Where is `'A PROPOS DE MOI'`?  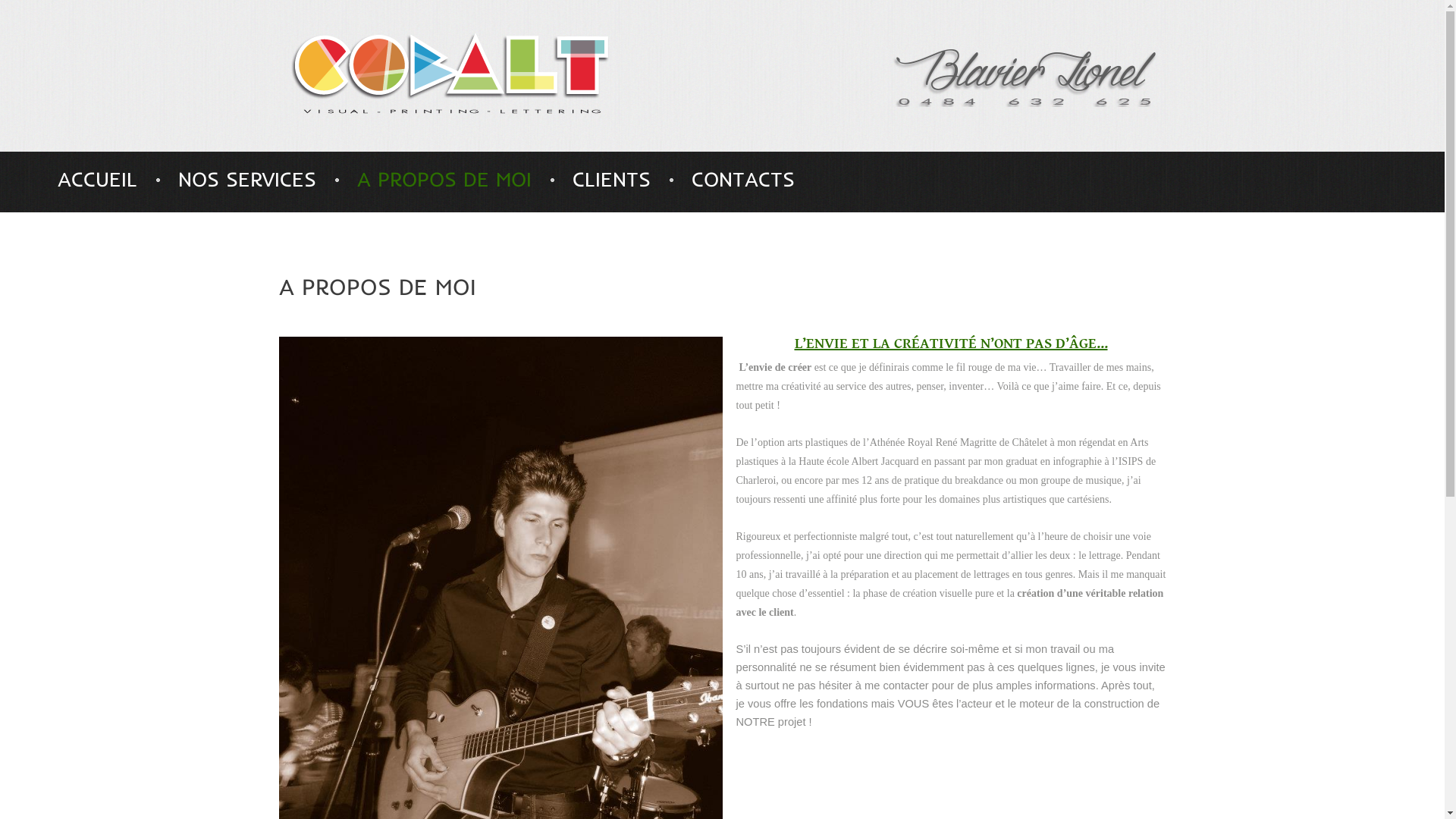 'A PROPOS DE MOI' is located at coordinates (443, 178).